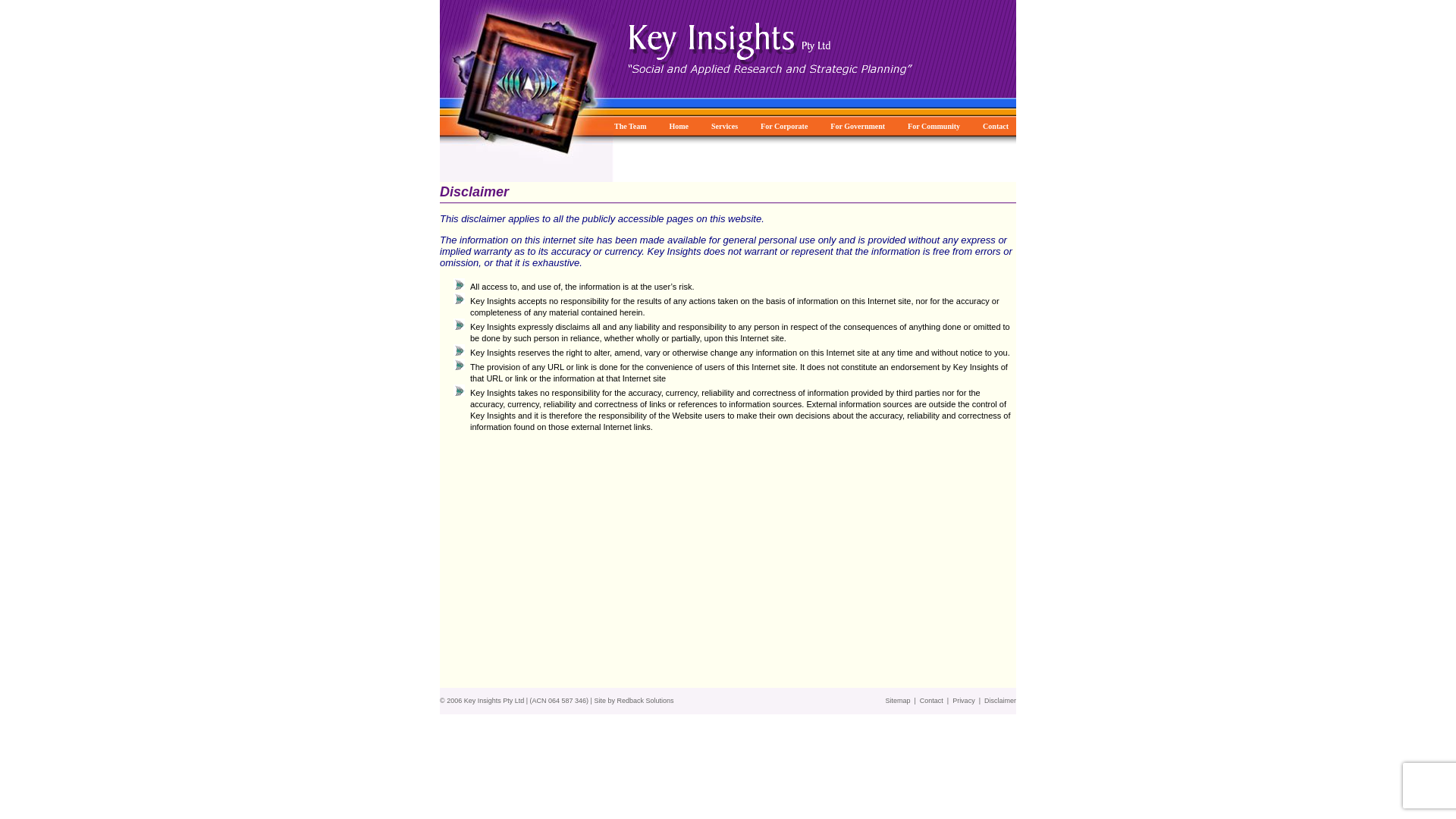 The image size is (1456, 819). What do you see at coordinates (906, 124) in the screenshot?
I see `'For Community'` at bounding box center [906, 124].